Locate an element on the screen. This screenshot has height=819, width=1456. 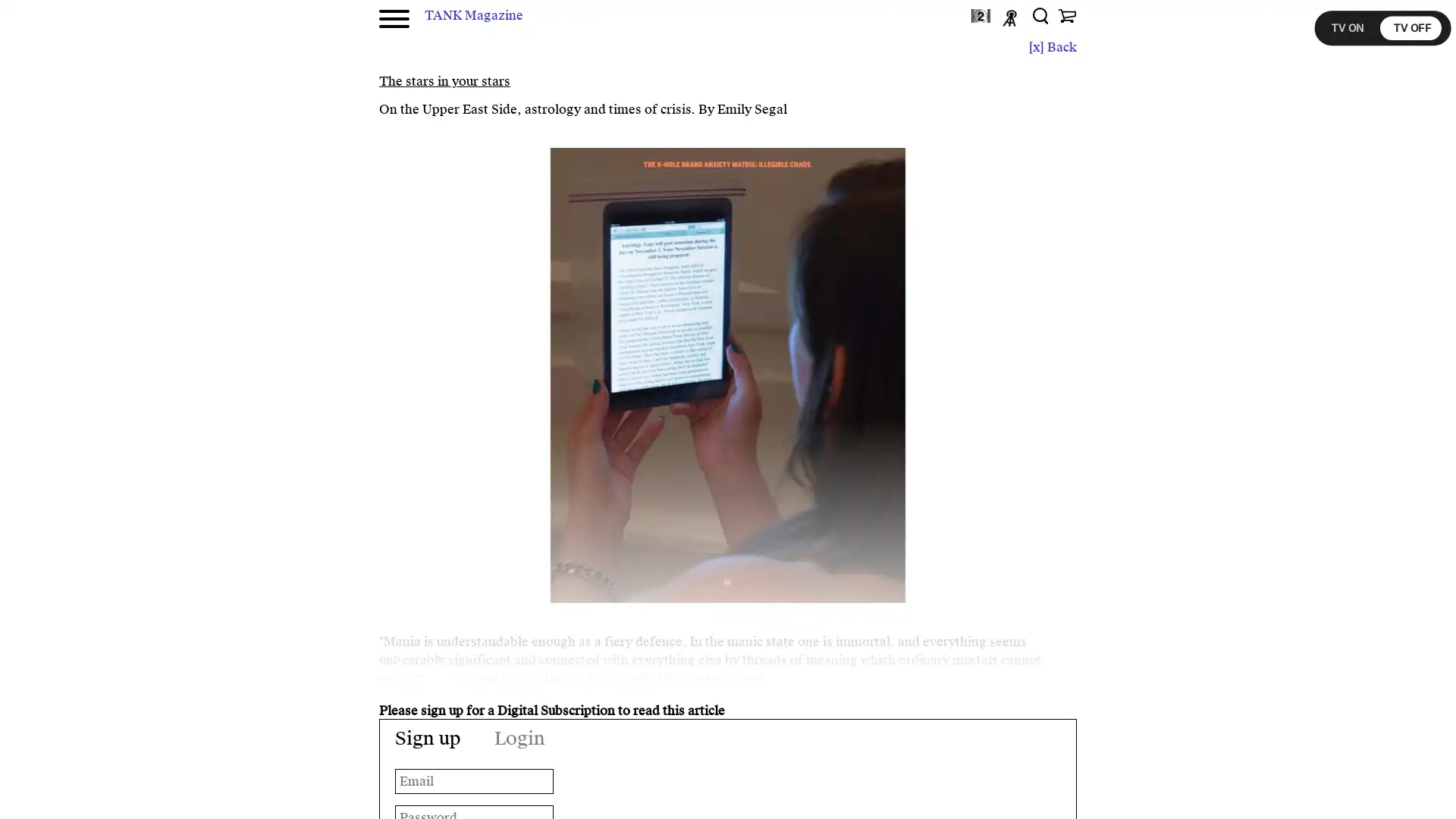
Search is located at coordinates (1040, 15).